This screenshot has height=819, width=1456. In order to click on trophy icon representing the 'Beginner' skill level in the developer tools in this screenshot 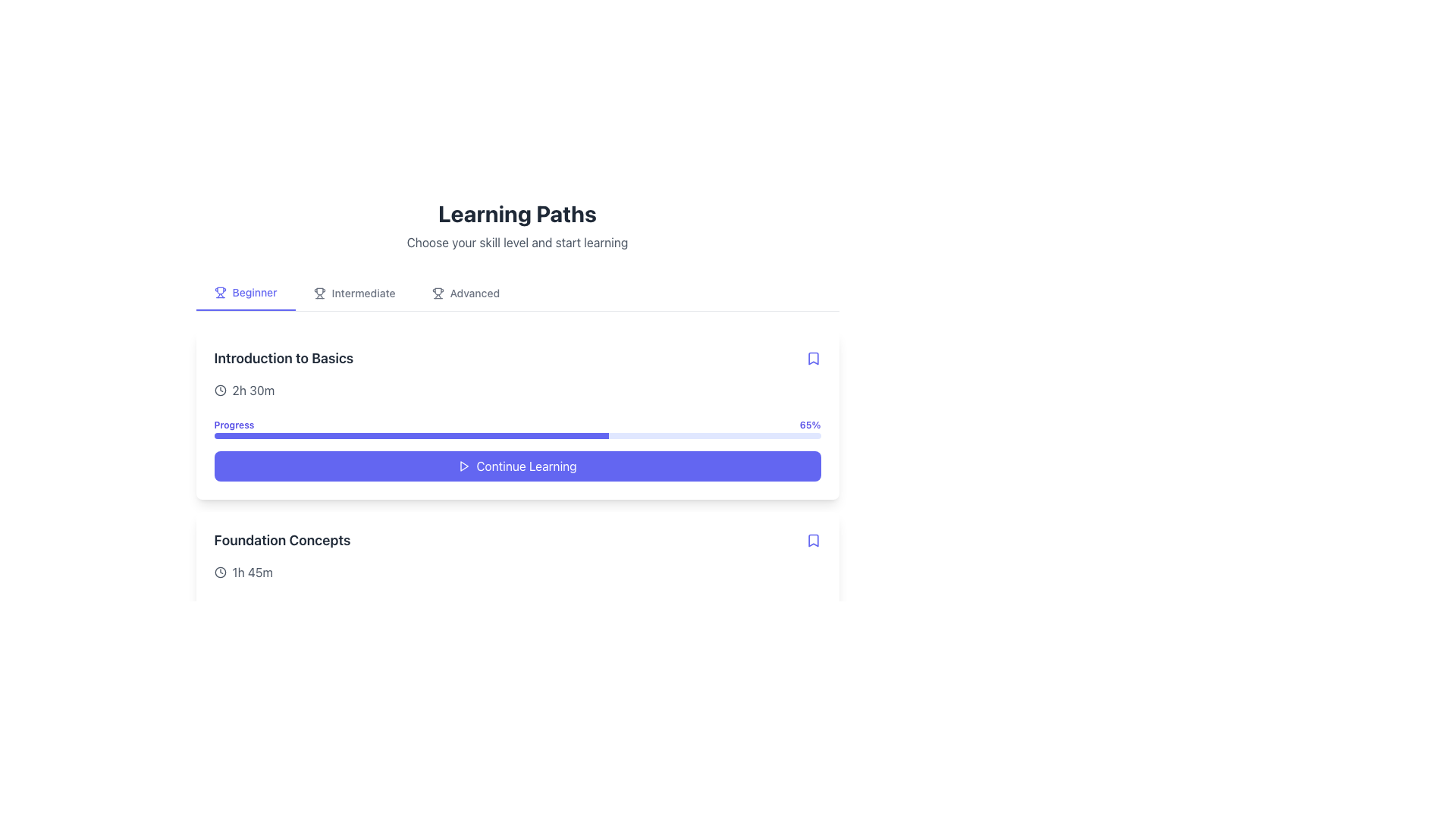, I will do `click(219, 290)`.